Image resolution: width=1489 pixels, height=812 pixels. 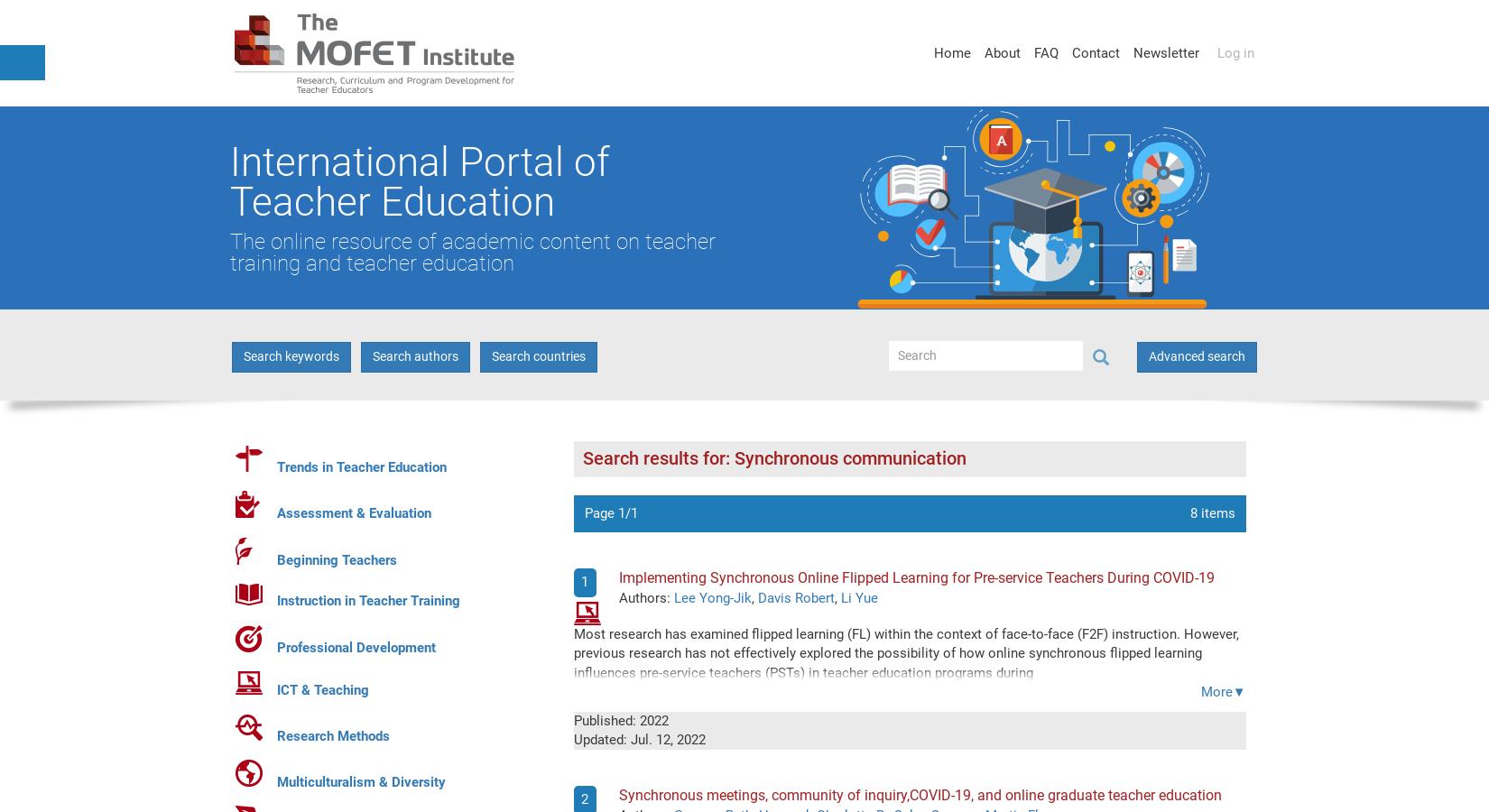 I want to click on 'ICT & Teaching', so click(x=276, y=689).